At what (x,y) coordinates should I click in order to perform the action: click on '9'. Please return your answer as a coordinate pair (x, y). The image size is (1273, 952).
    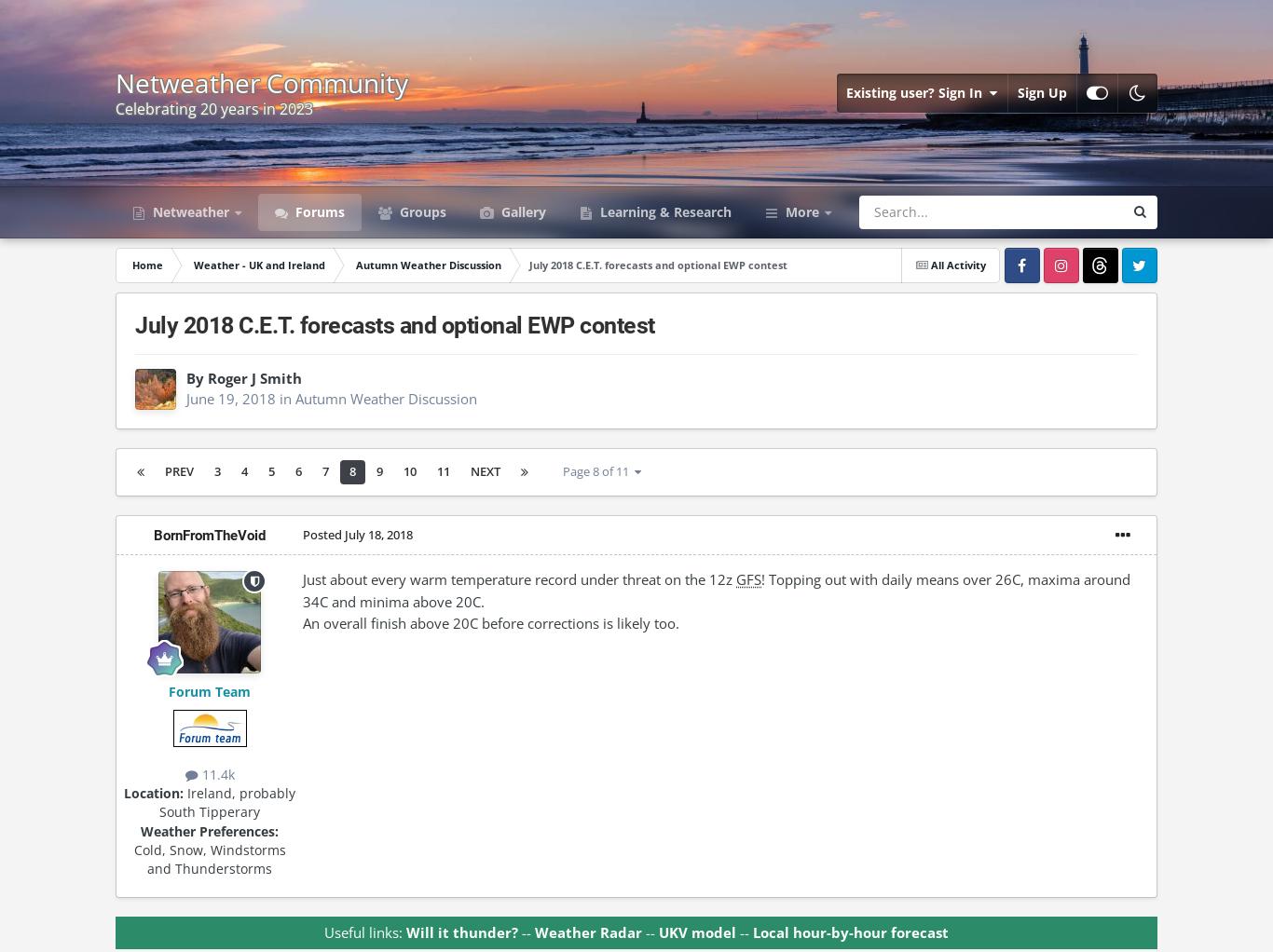
    Looking at the image, I should click on (378, 471).